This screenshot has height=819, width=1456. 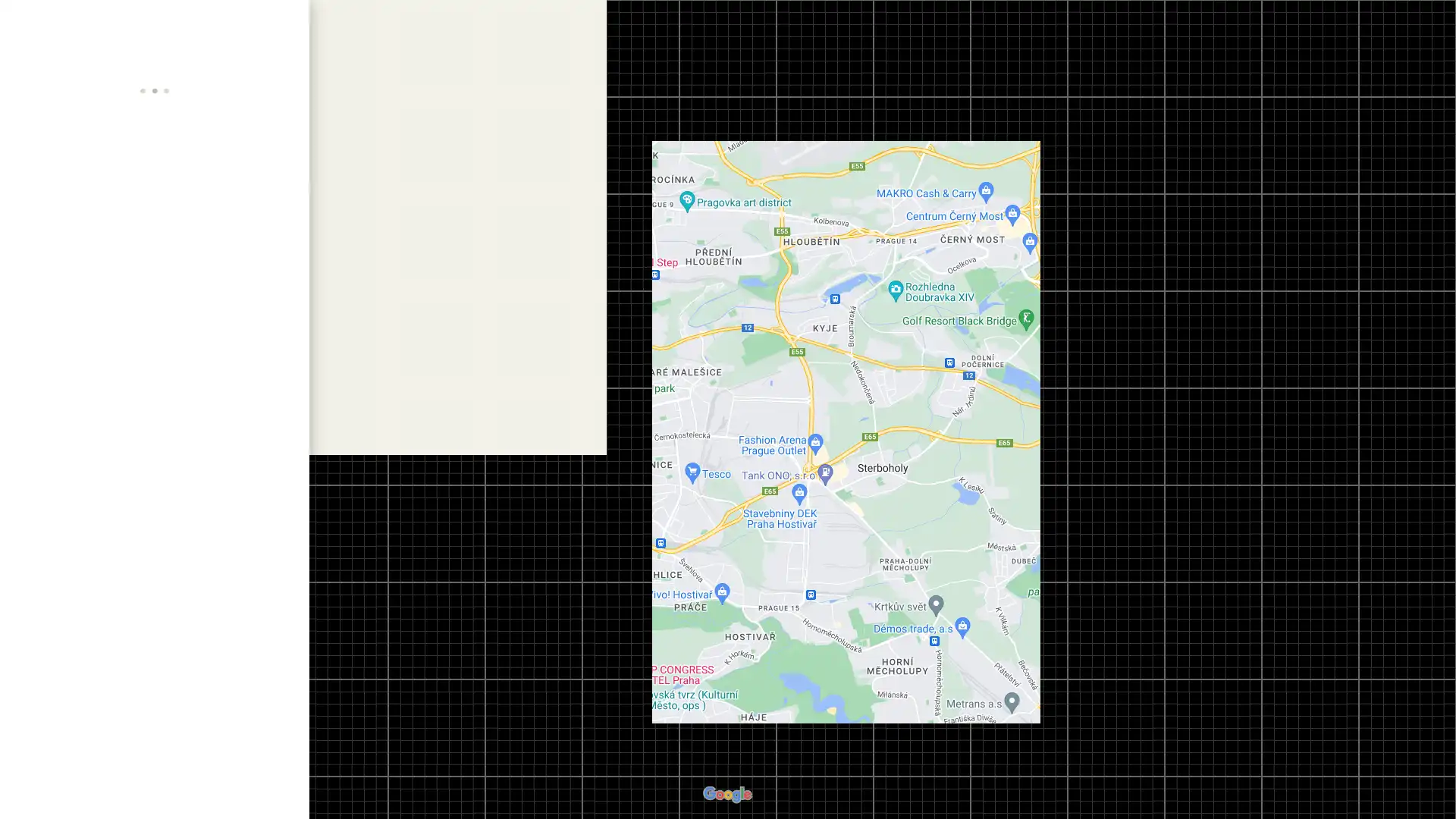 I want to click on Copy website, so click(x=284, y=411).